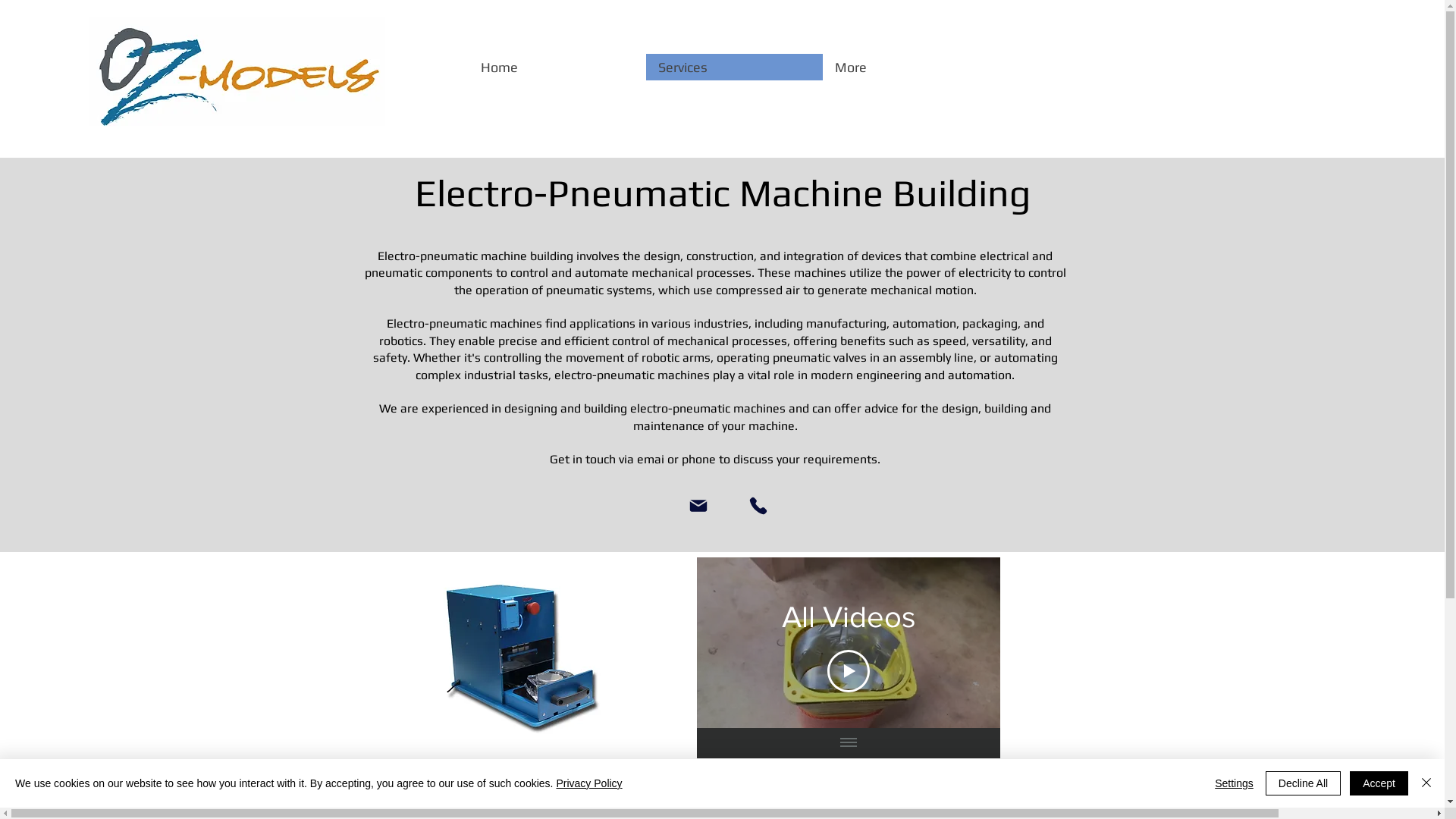 This screenshot has height=819, width=1456. I want to click on 'Decline All', so click(1302, 783).